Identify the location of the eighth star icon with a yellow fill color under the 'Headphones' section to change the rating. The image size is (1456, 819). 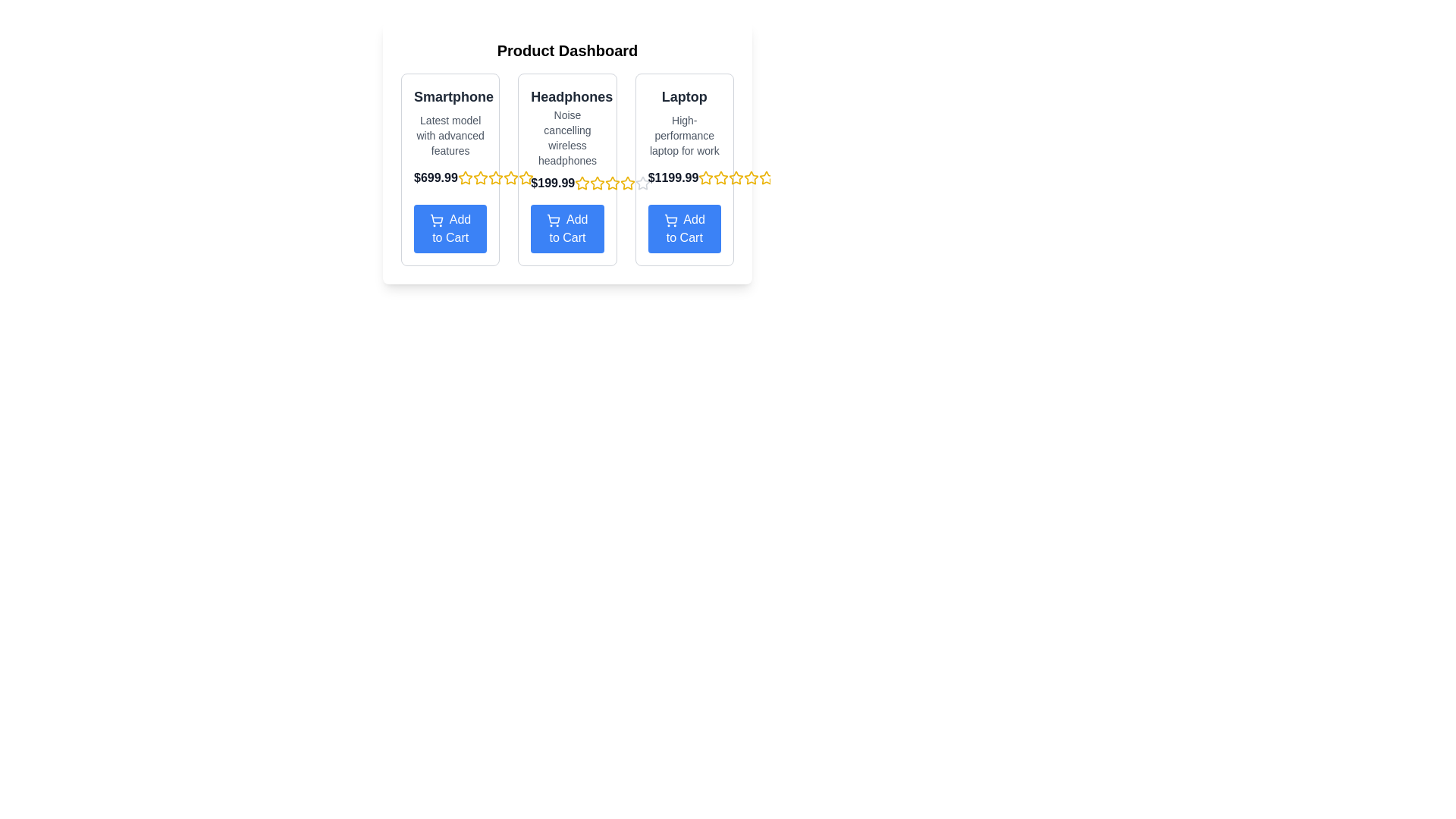
(526, 177).